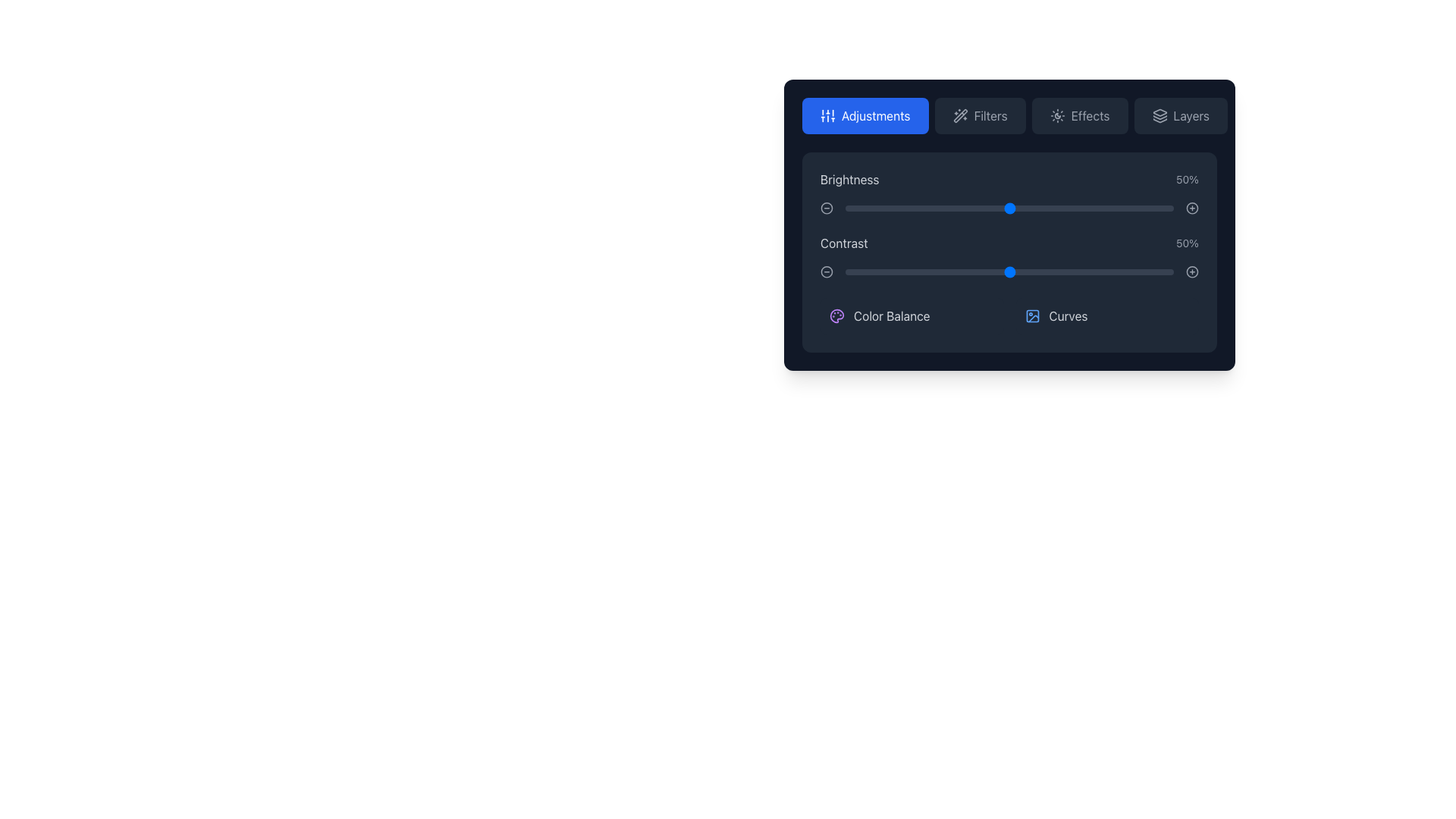  Describe the element at coordinates (1124, 208) in the screenshot. I see `brightness` at that location.